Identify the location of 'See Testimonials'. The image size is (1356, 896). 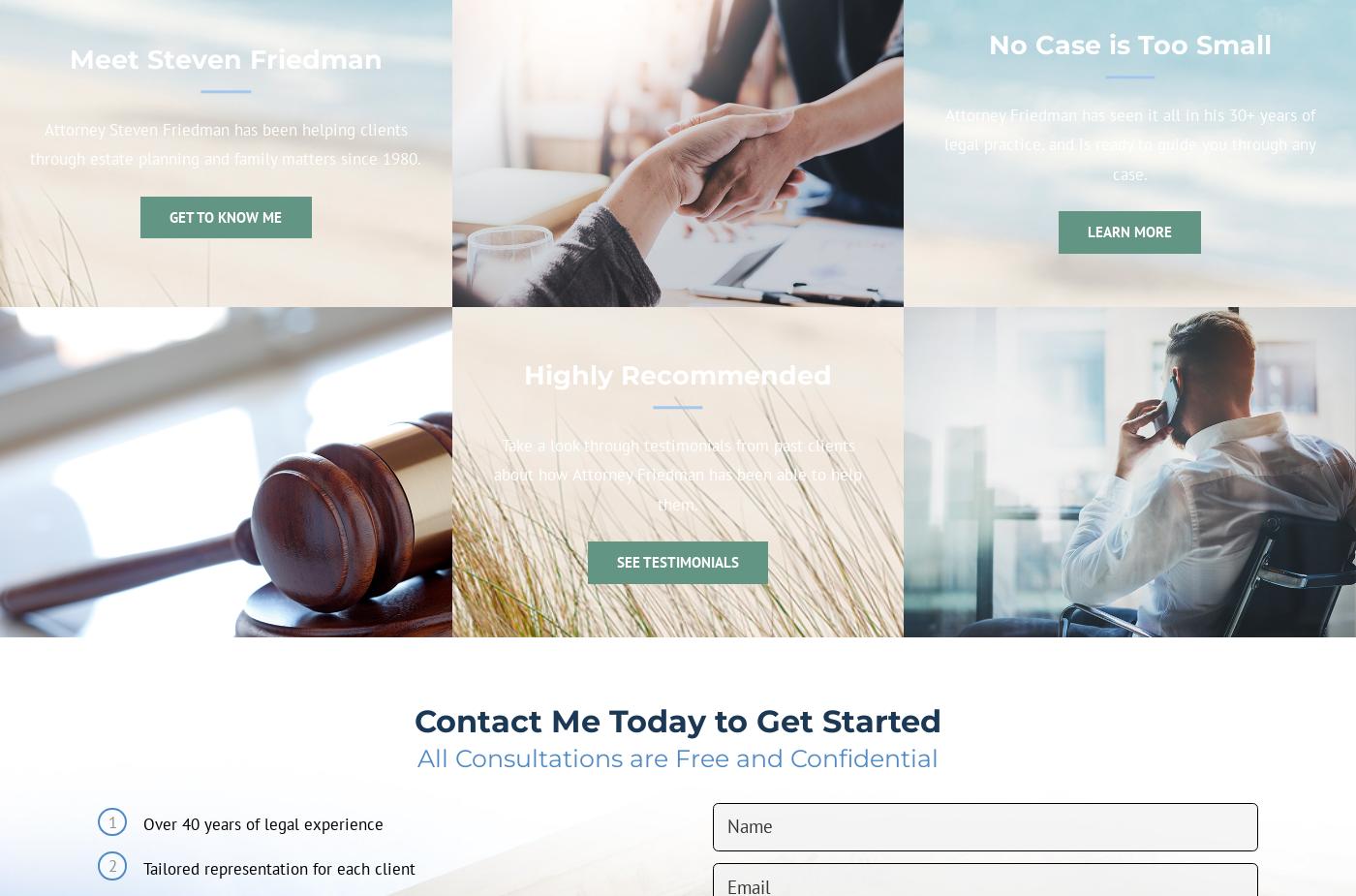
(617, 562).